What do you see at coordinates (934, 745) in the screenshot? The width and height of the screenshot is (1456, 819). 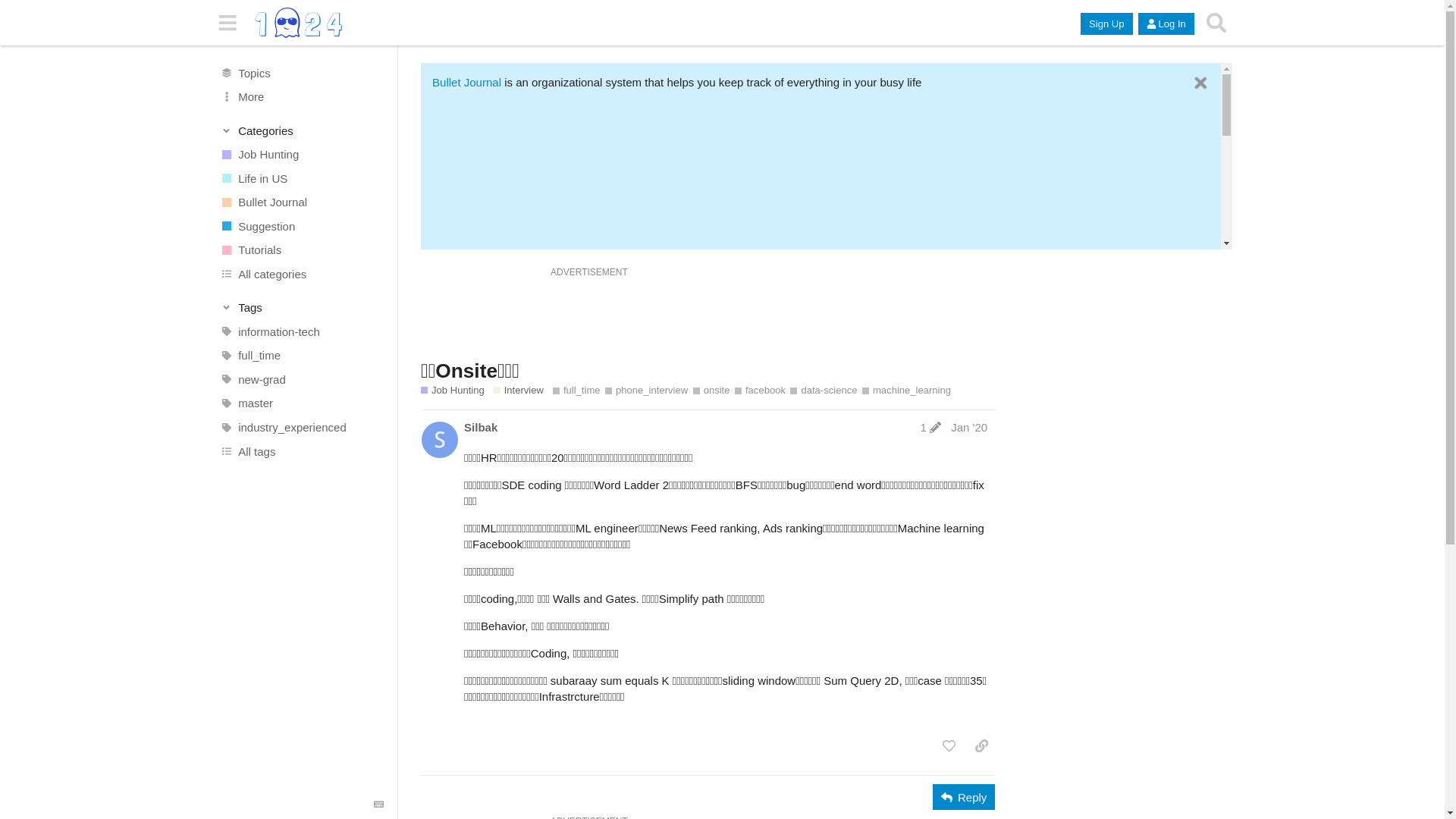 I see `'like this post'` at bounding box center [934, 745].